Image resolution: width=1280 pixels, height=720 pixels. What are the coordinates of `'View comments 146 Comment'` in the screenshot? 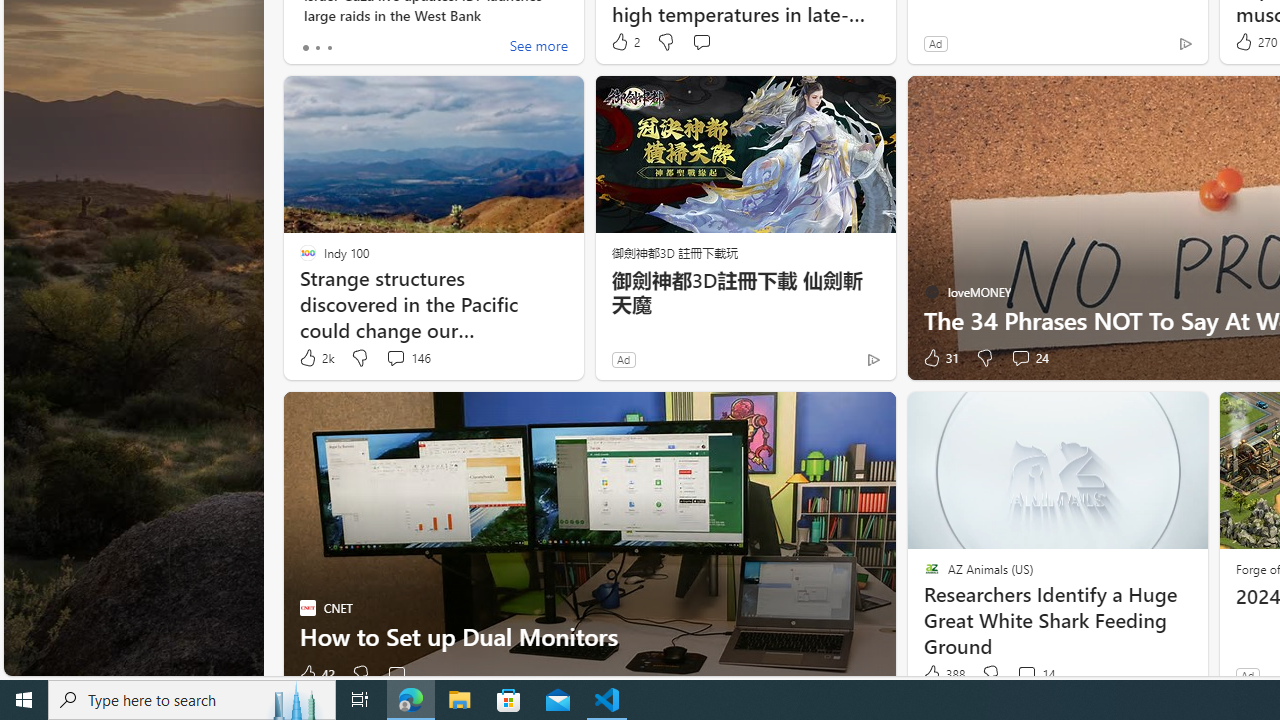 It's located at (407, 357).